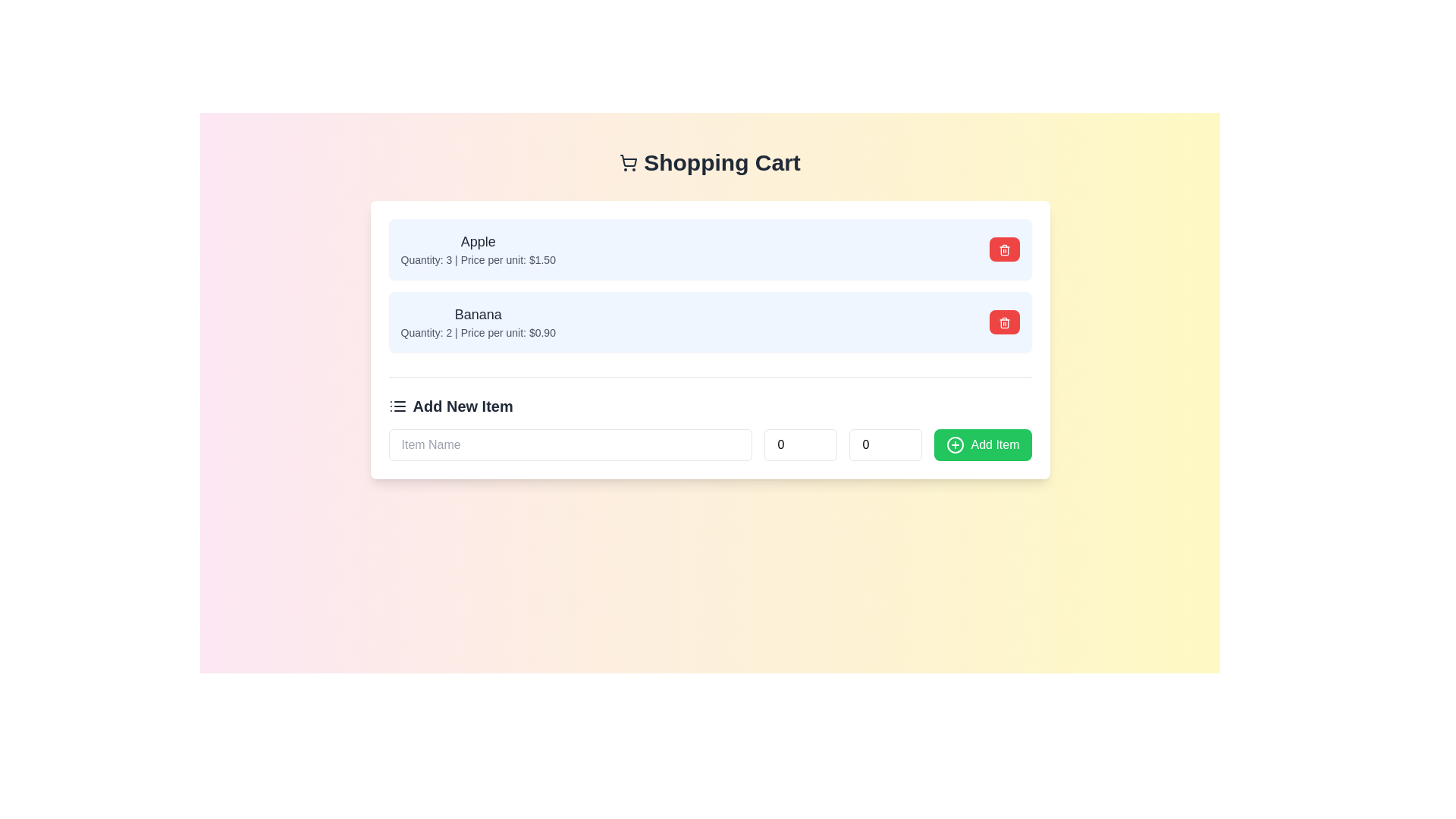 This screenshot has width=1456, height=819. Describe the element at coordinates (955, 444) in the screenshot. I see `the circular green outlined icon that is centrally located within the '+' sign of the 'Add Item' button at the bottom right corner of the 'Add New Item' section` at that location.